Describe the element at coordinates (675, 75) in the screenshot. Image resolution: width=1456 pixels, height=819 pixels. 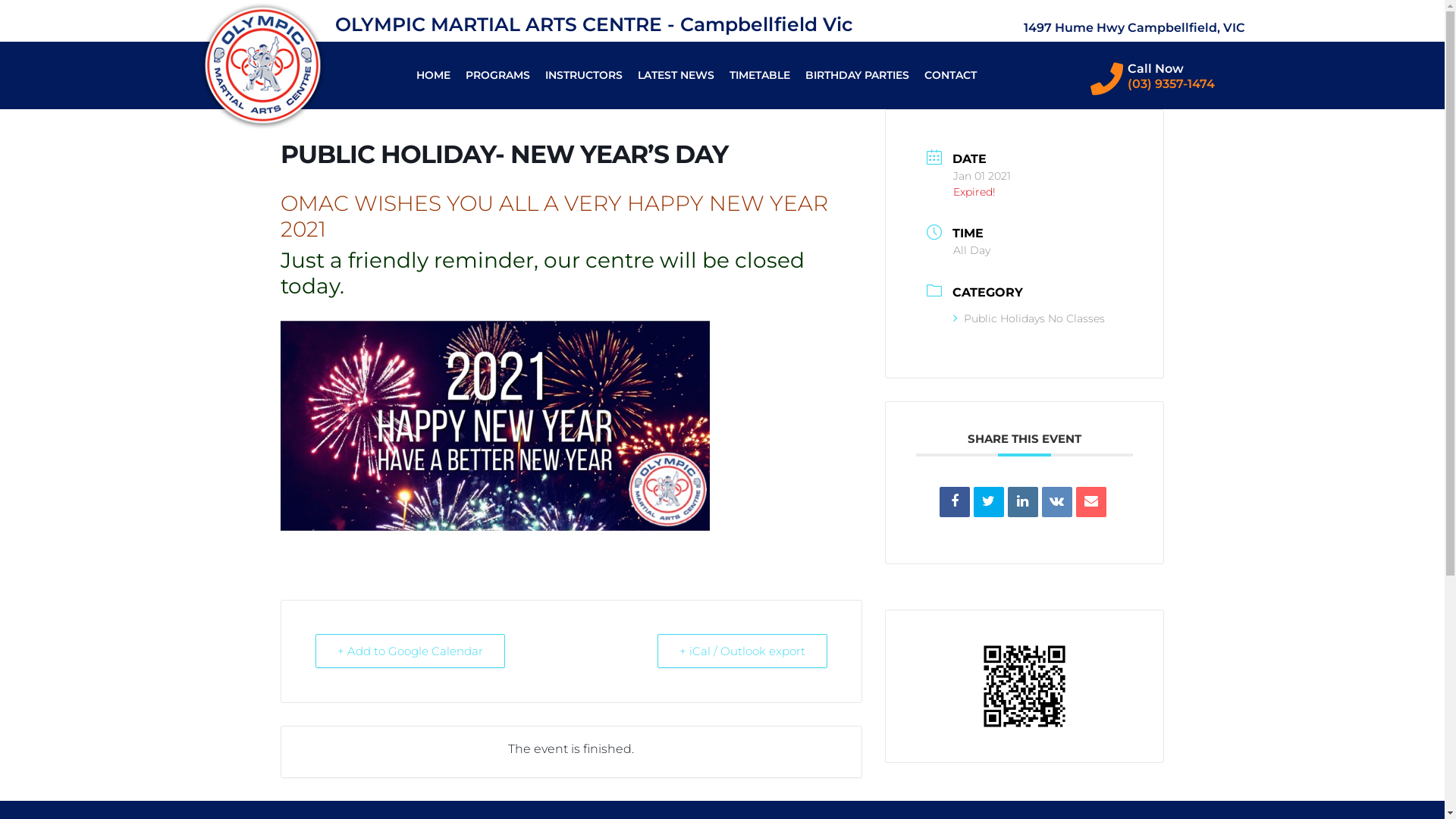
I see `'LATEST NEWS'` at that location.